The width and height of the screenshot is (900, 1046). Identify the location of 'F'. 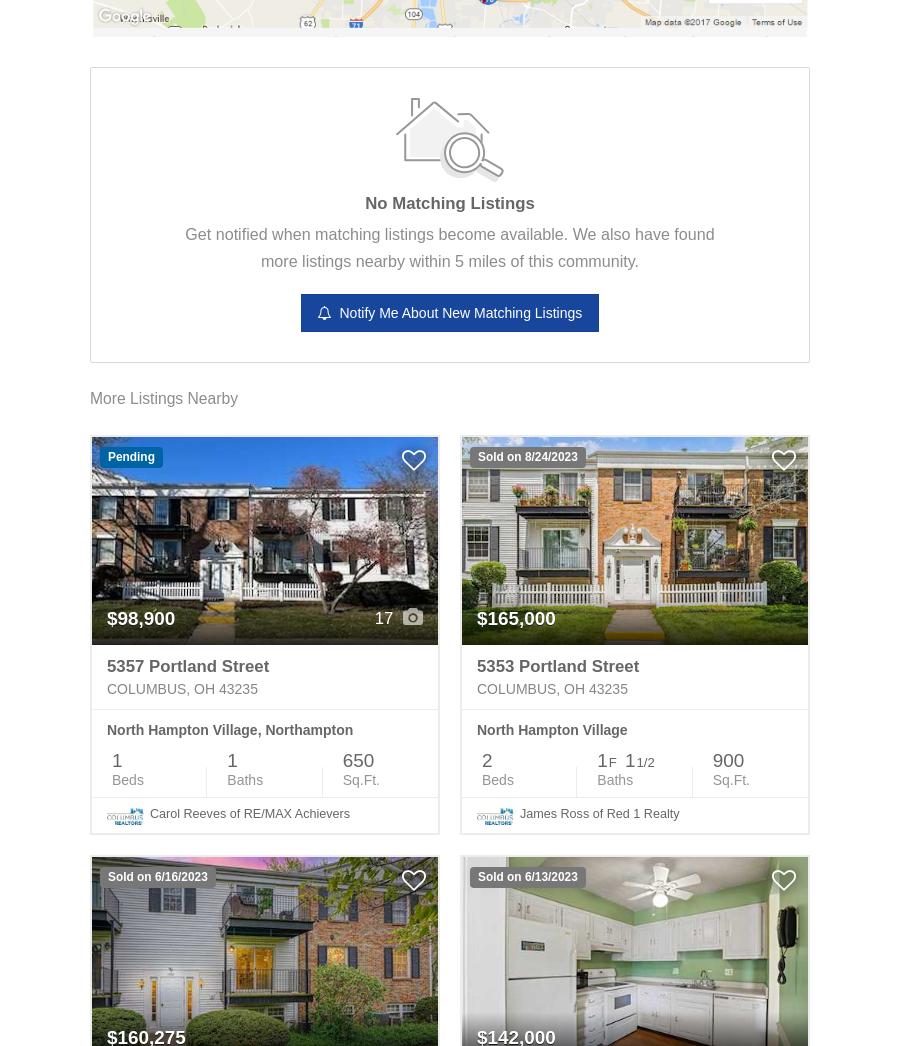
(608, 761).